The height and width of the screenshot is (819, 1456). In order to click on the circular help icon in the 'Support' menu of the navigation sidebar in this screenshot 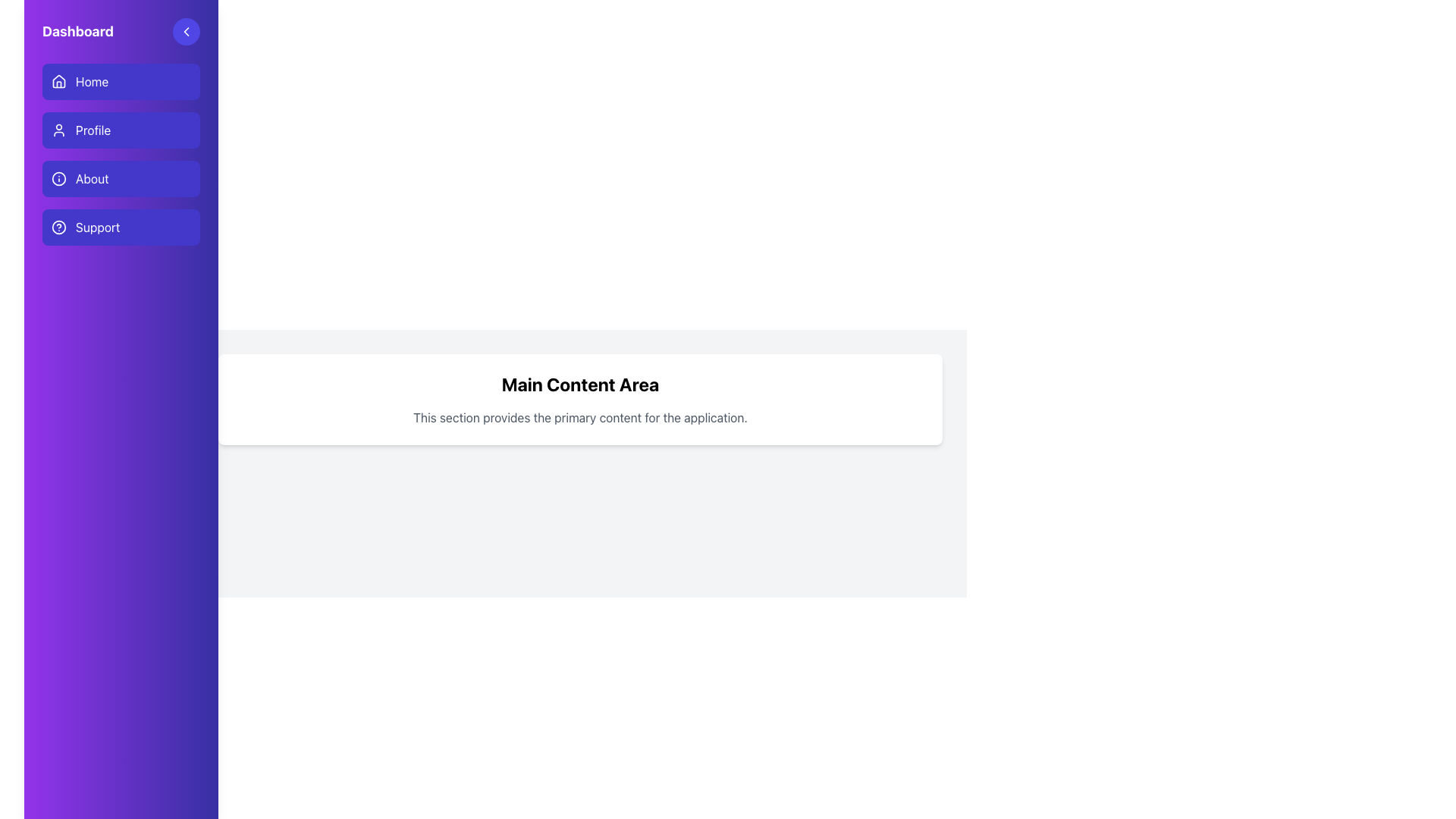, I will do `click(58, 227)`.